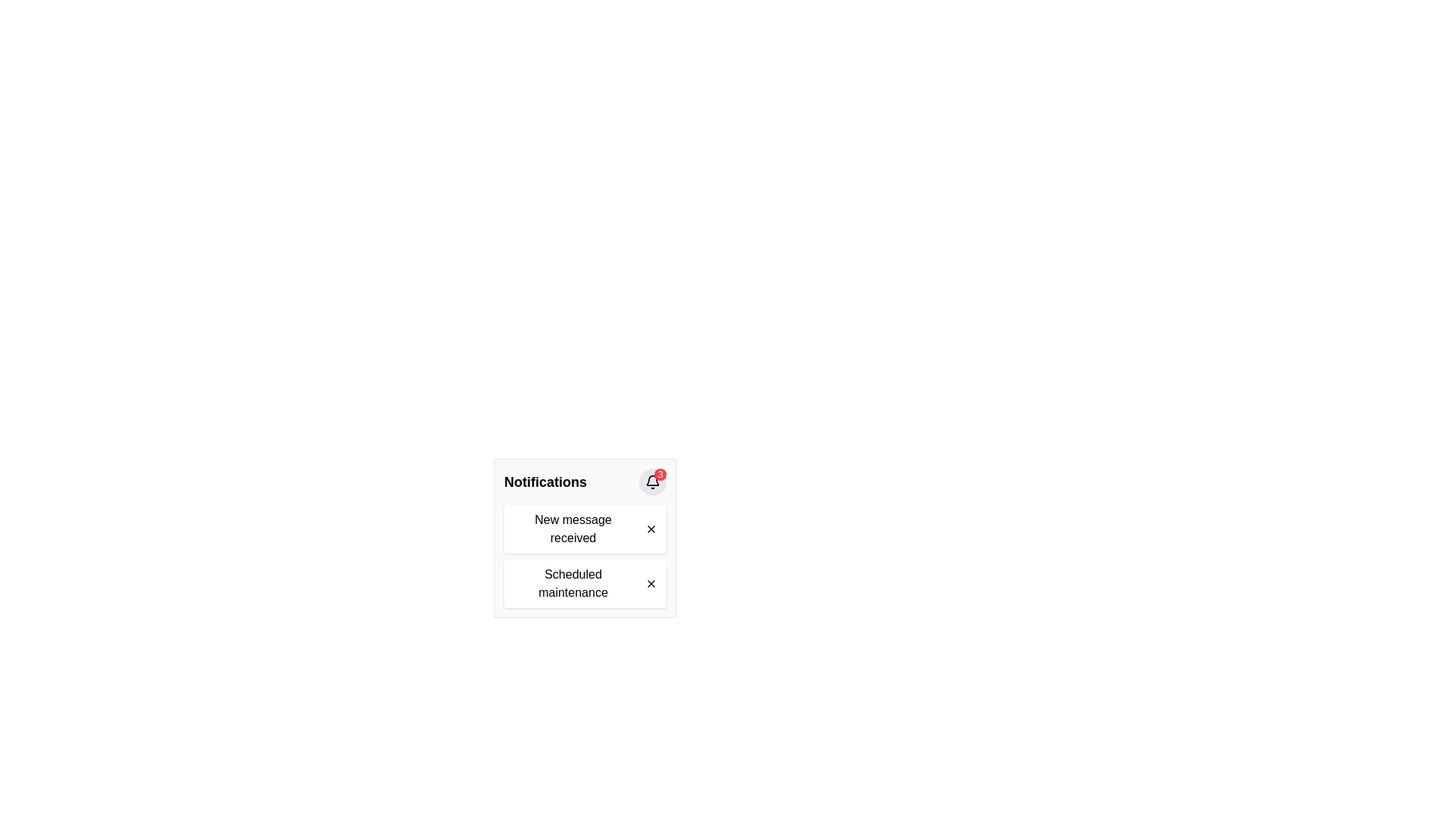 The height and width of the screenshot is (819, 1456). I want to click on the close button for dismissing the 'New message received' notification, so click(651, 529).